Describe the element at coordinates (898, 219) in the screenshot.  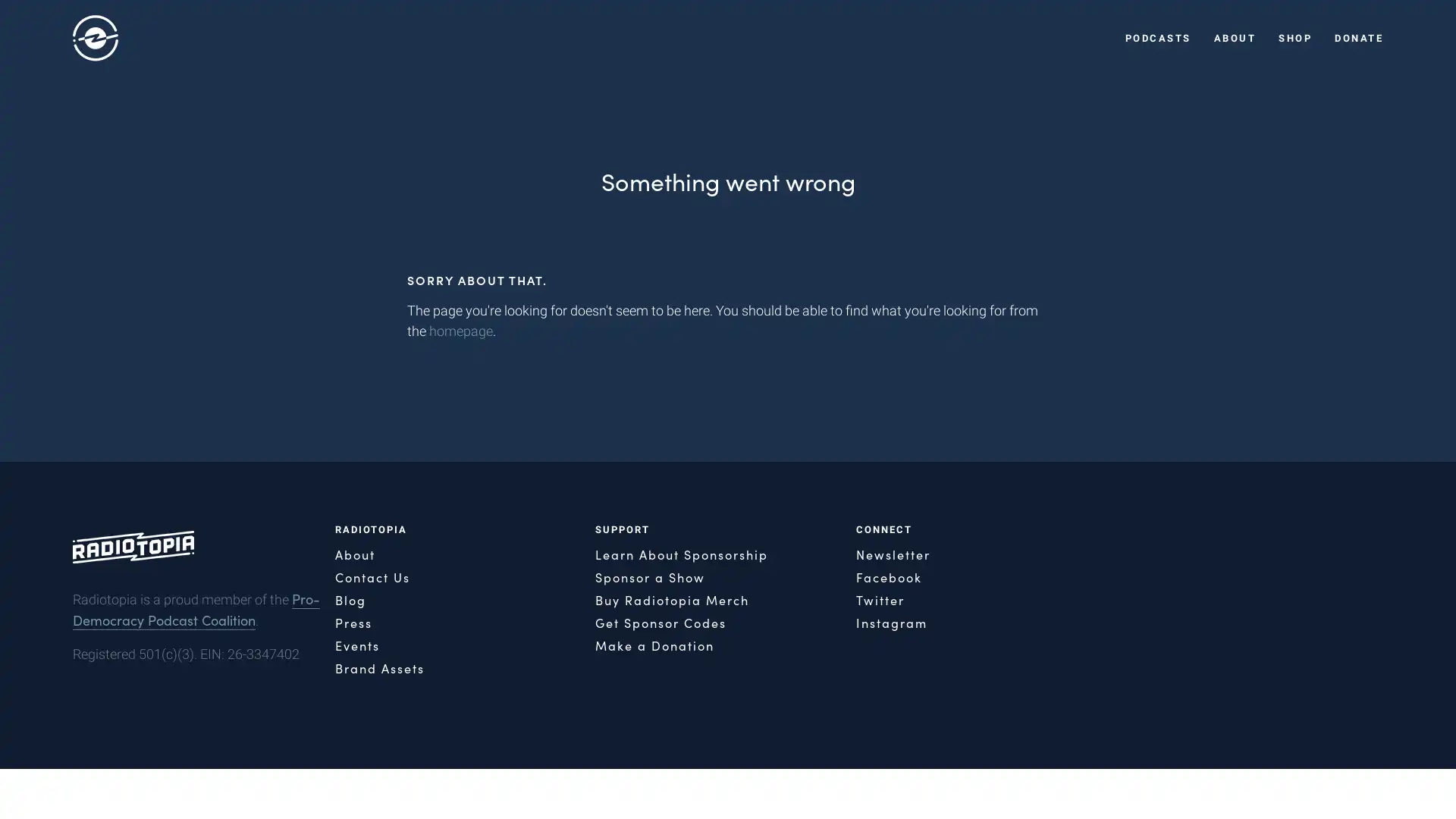
I see `Close` at that location.